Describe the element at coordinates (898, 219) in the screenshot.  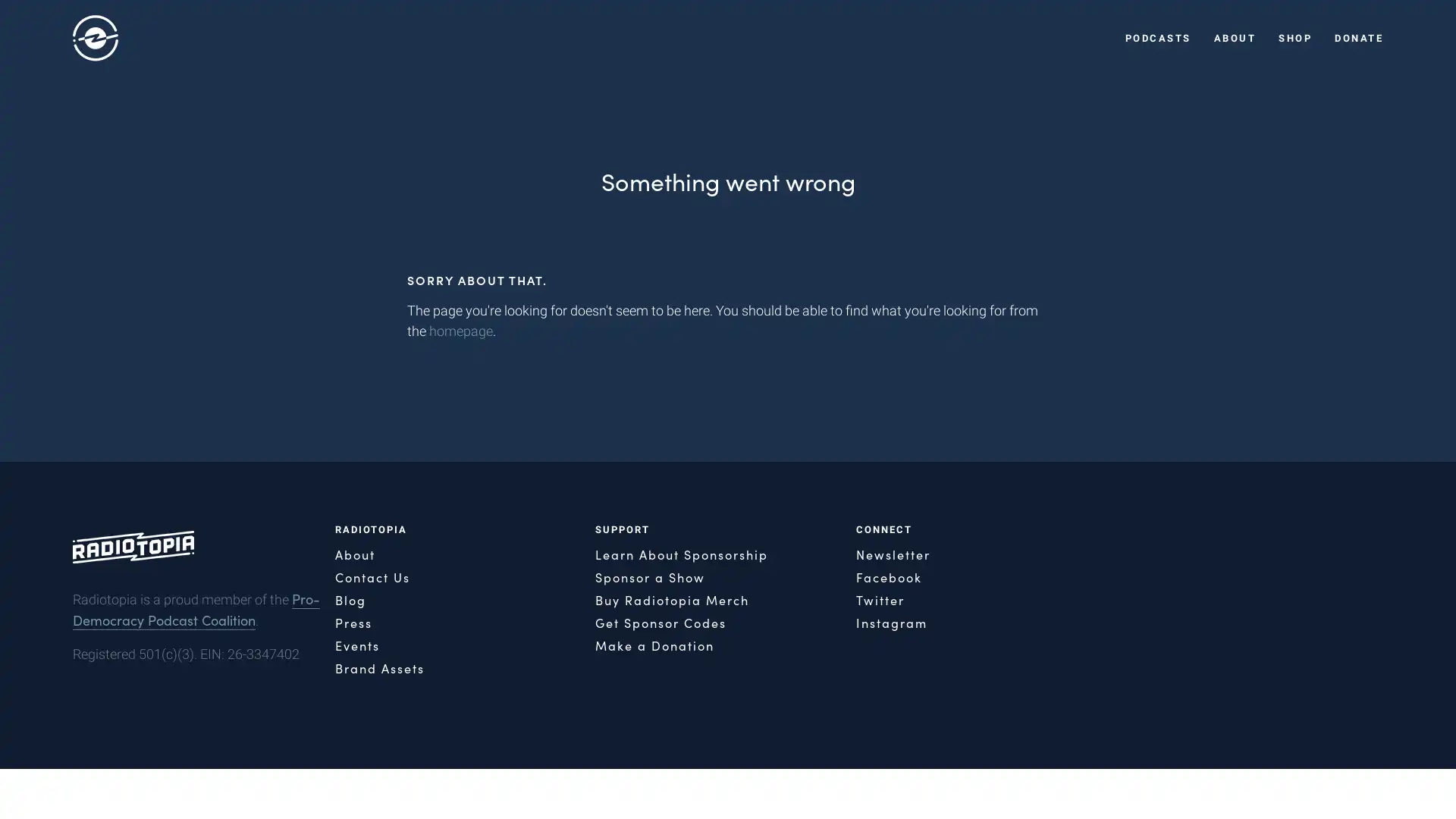
I see `Close` at that location.